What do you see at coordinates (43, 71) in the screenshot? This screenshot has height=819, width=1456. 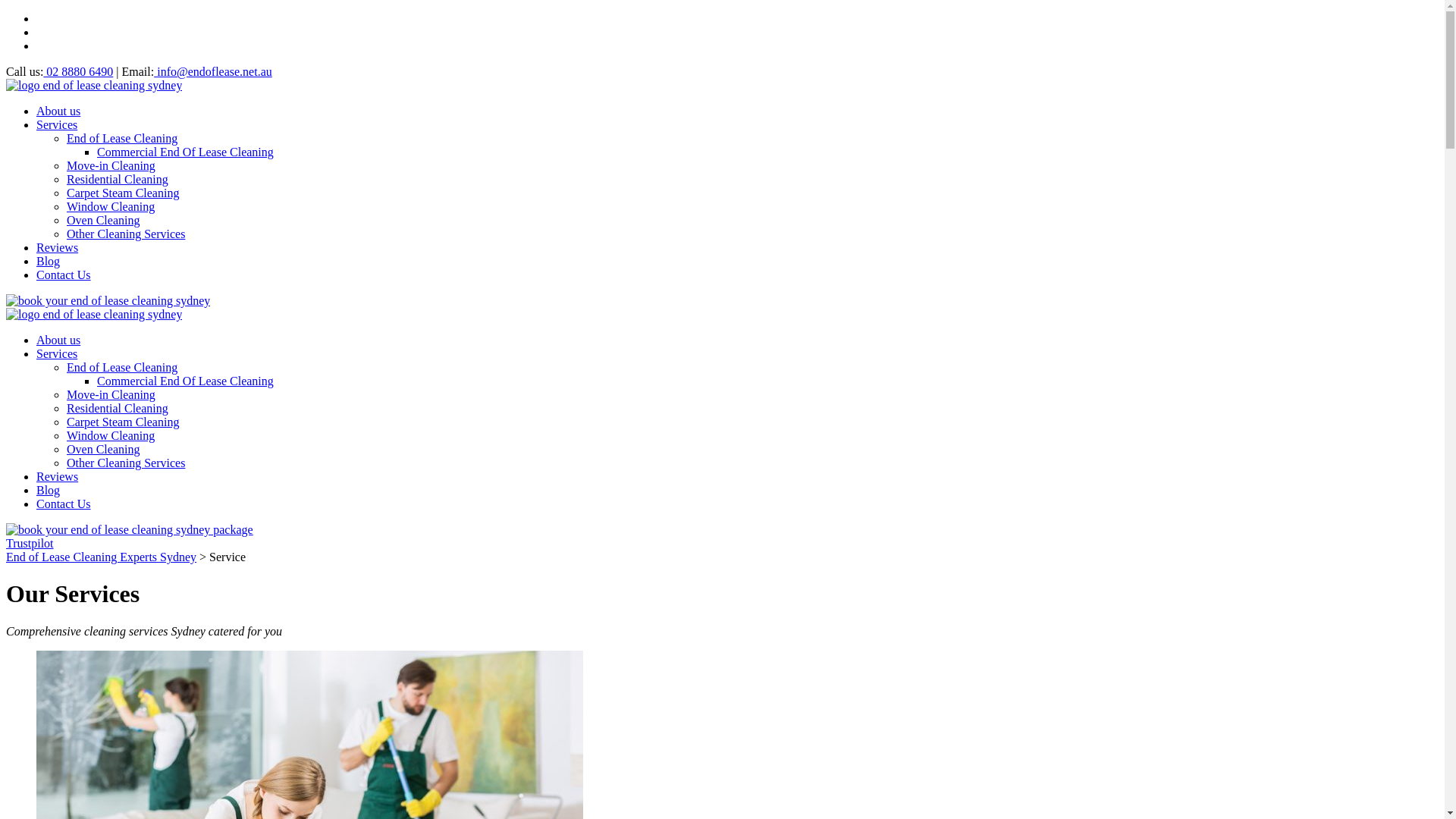 I see `'02 8880 6490'` at bounding box center [43, 71].